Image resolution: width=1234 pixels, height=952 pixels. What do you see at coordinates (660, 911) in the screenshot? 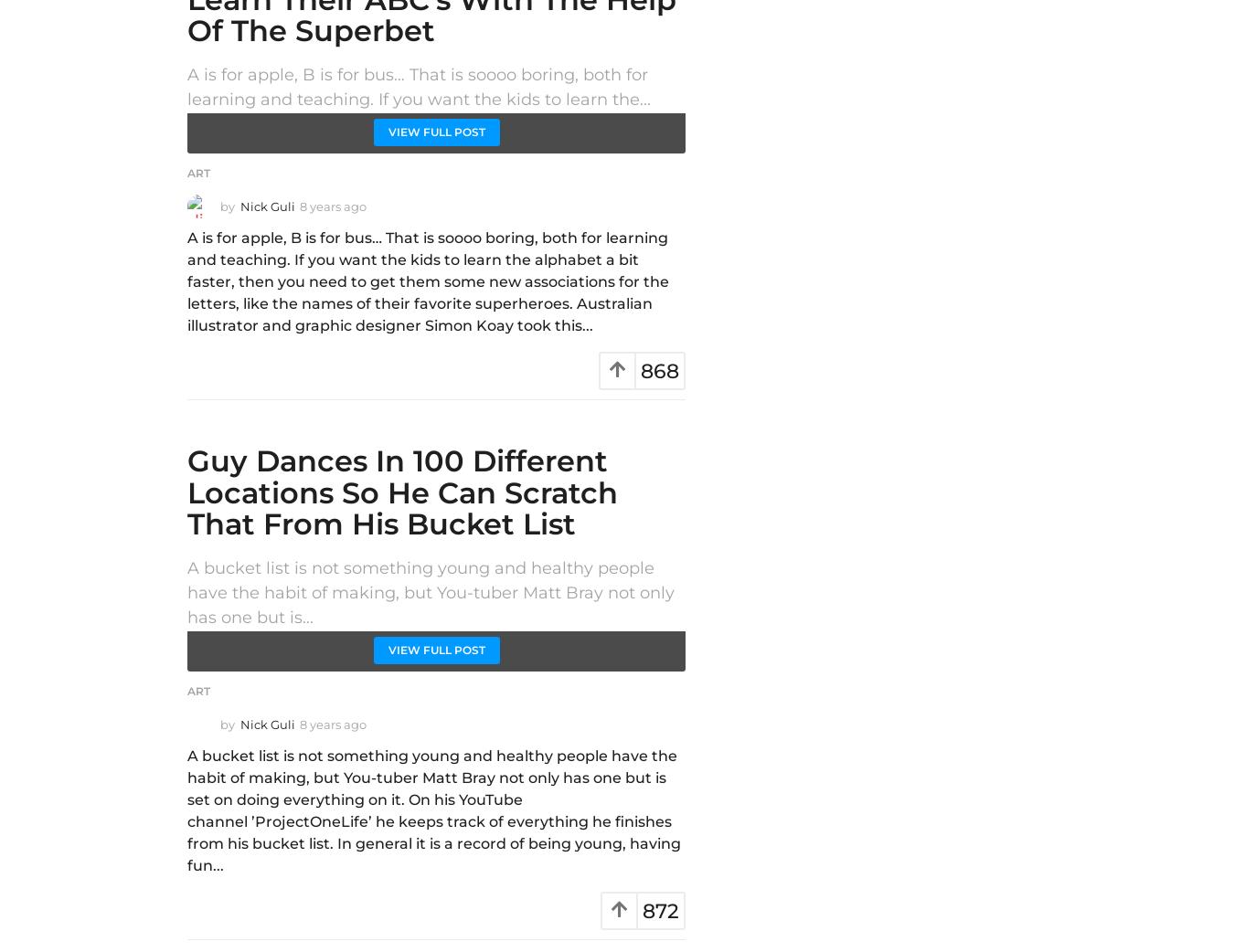
I see `'872'` at bounding box center [660, 911].